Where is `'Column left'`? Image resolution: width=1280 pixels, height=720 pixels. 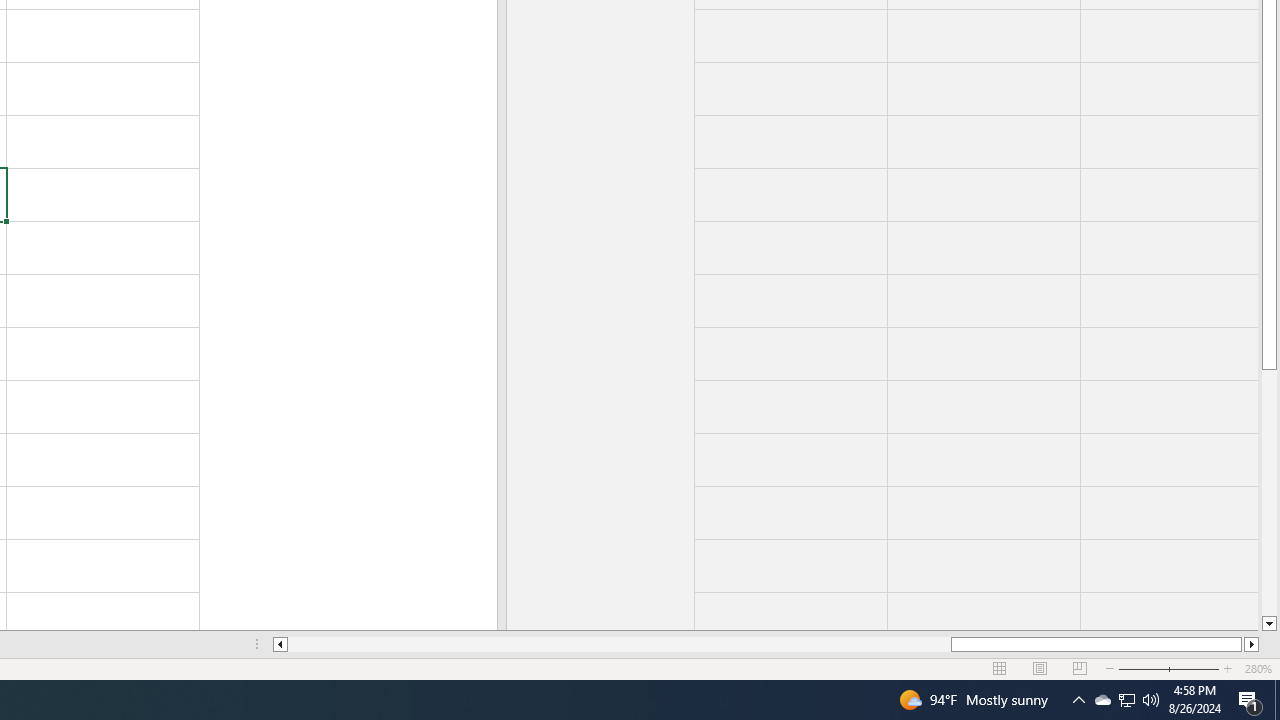 'Column left' is located at coordinates (278, 644).